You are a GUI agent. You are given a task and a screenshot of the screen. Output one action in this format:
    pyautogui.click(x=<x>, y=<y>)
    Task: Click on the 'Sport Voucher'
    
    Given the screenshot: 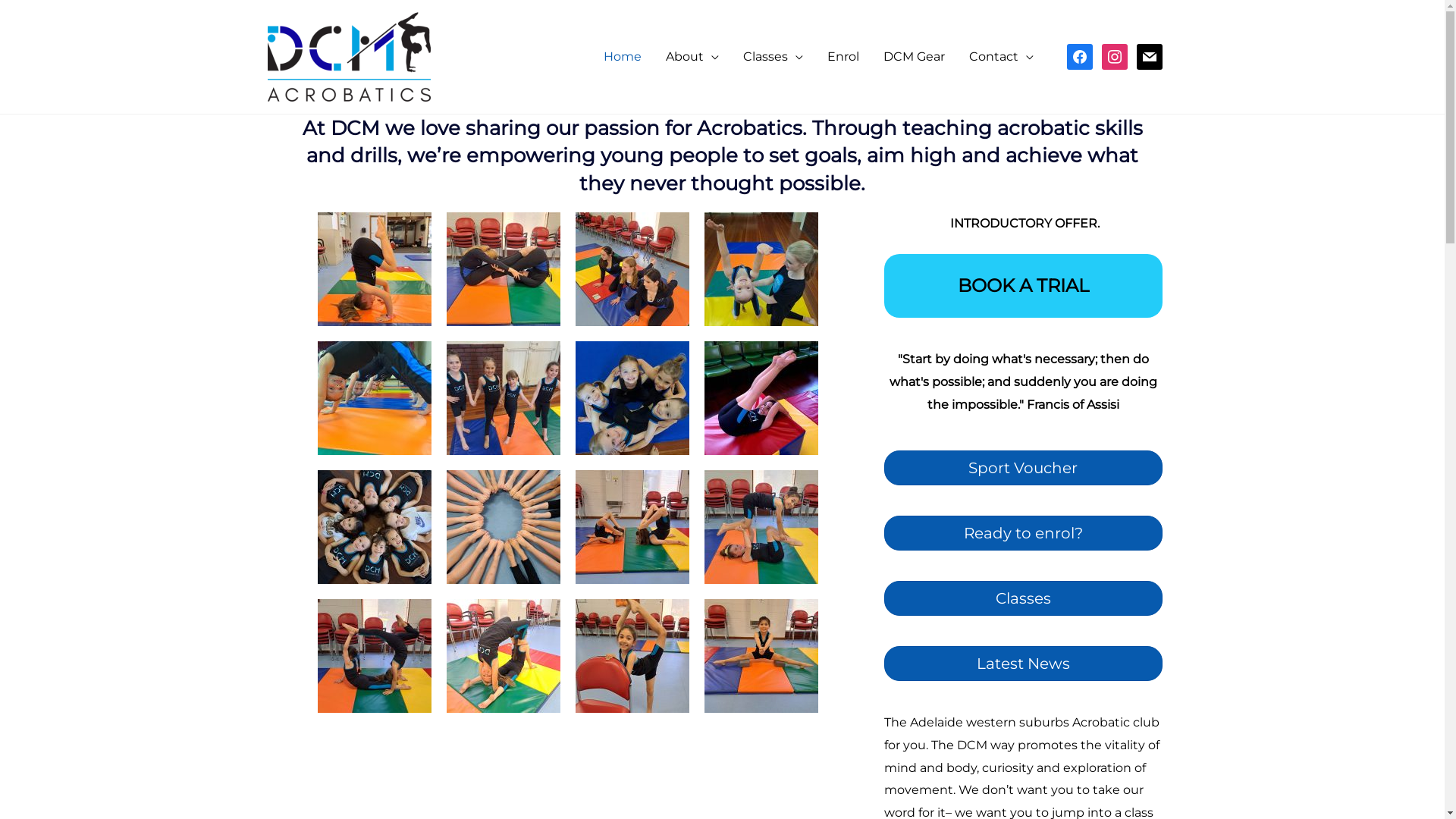 What is the action you would take?
    pyautogui.click(x=1023, y=467)
    